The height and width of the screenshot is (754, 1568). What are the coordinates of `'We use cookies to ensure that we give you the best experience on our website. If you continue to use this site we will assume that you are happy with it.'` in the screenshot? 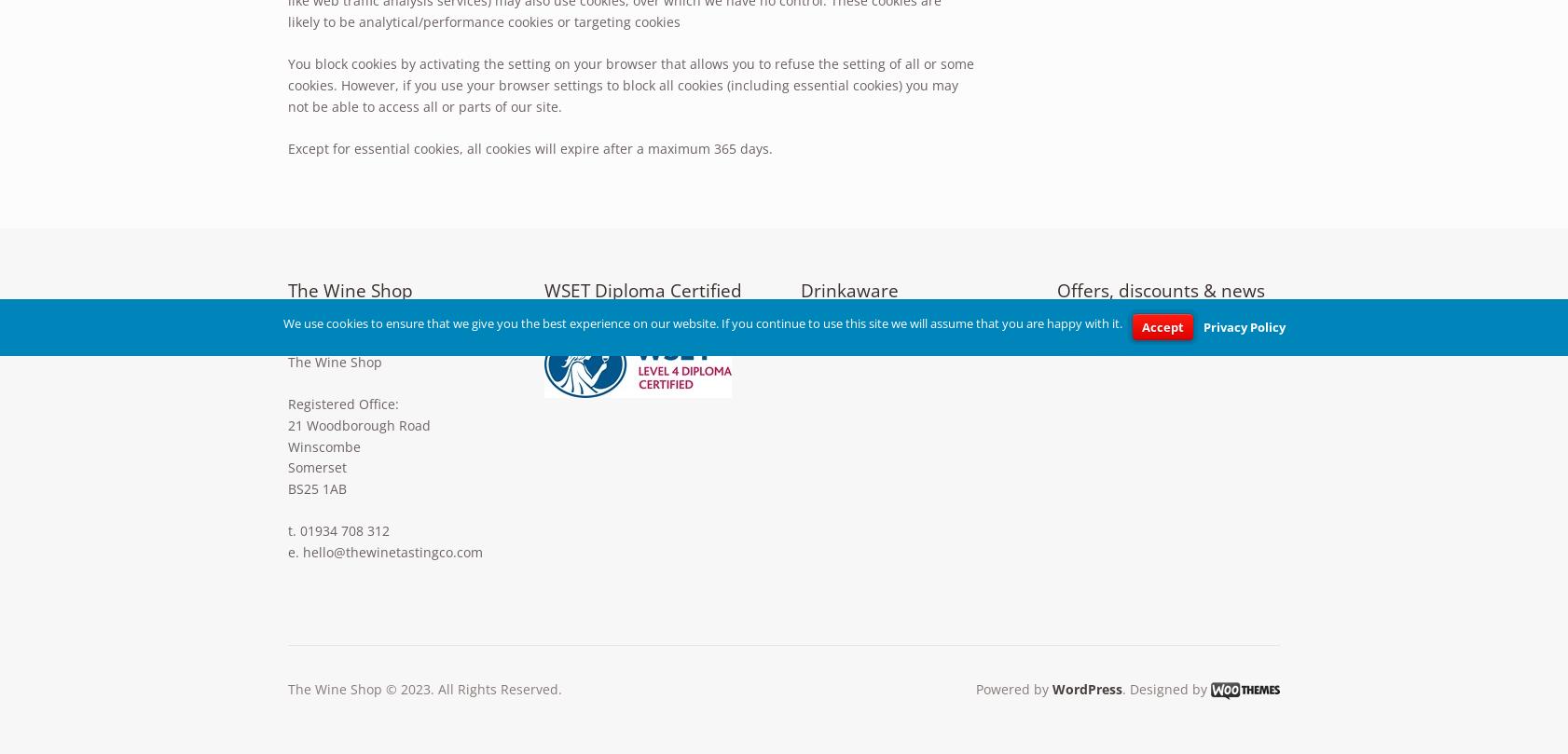 It's located at (281, 322).